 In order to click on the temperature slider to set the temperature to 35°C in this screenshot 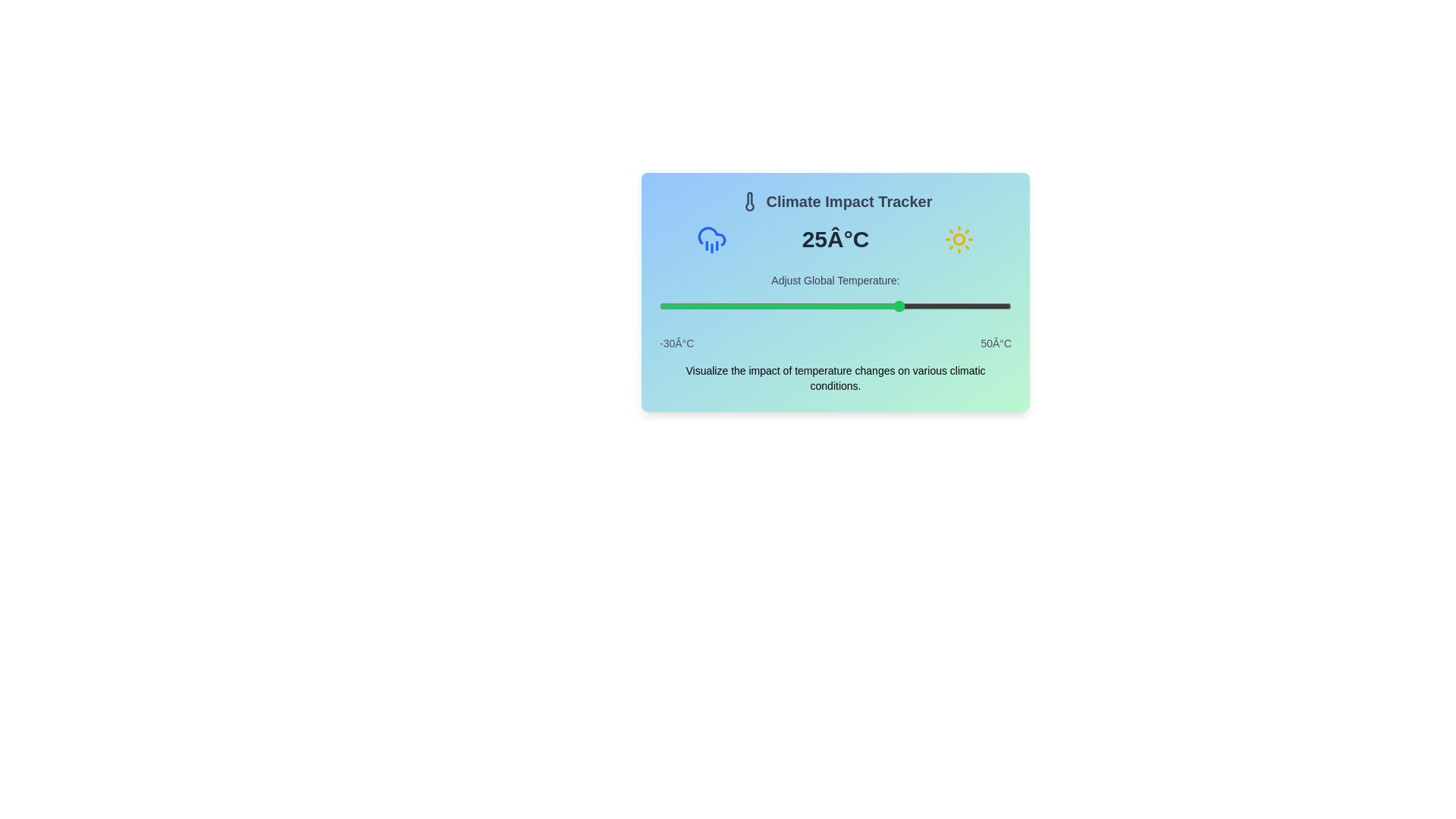, I will do `click(945, 306)`.